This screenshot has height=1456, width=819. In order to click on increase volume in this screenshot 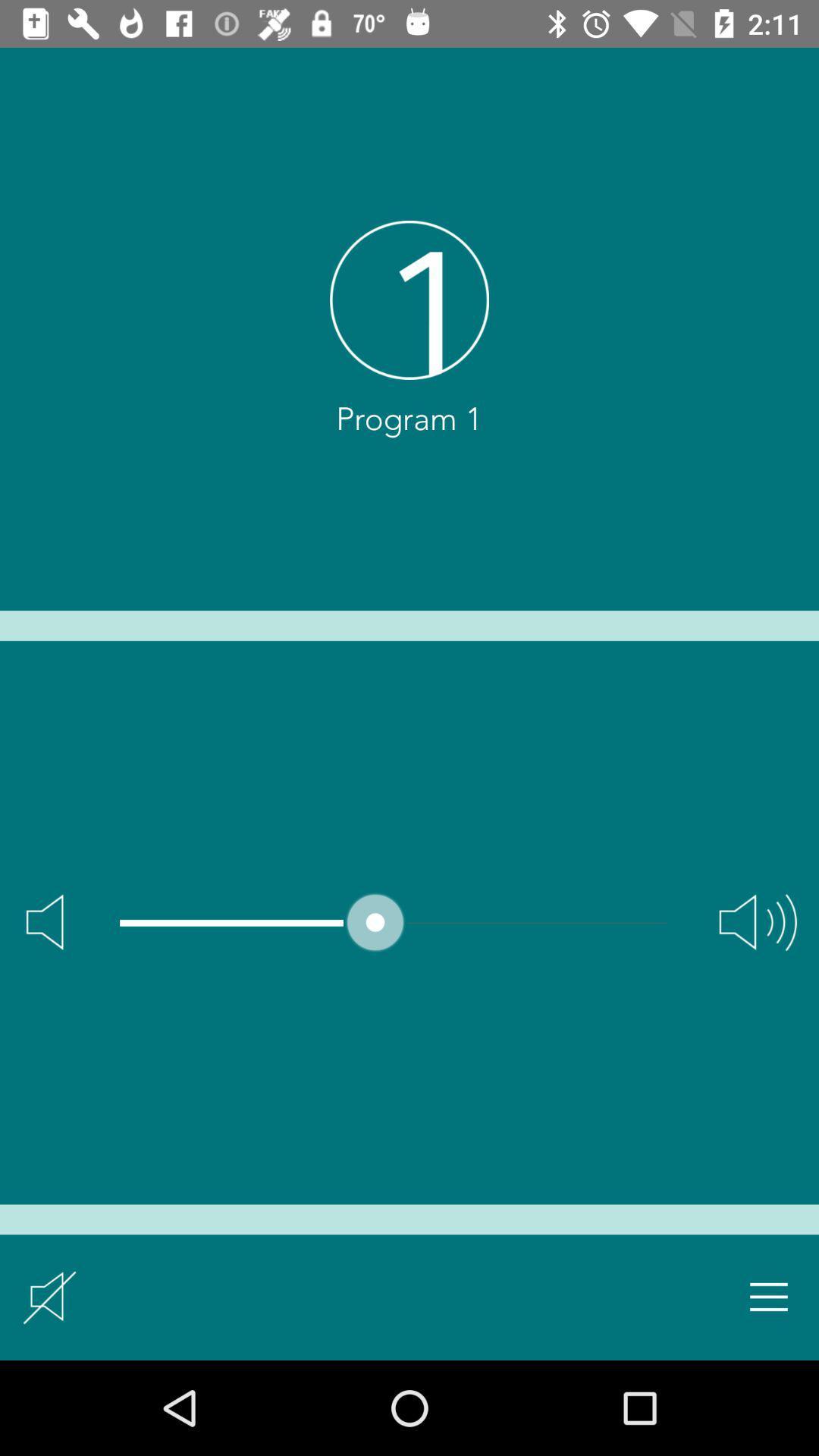, I will do `click(758, 921)`.